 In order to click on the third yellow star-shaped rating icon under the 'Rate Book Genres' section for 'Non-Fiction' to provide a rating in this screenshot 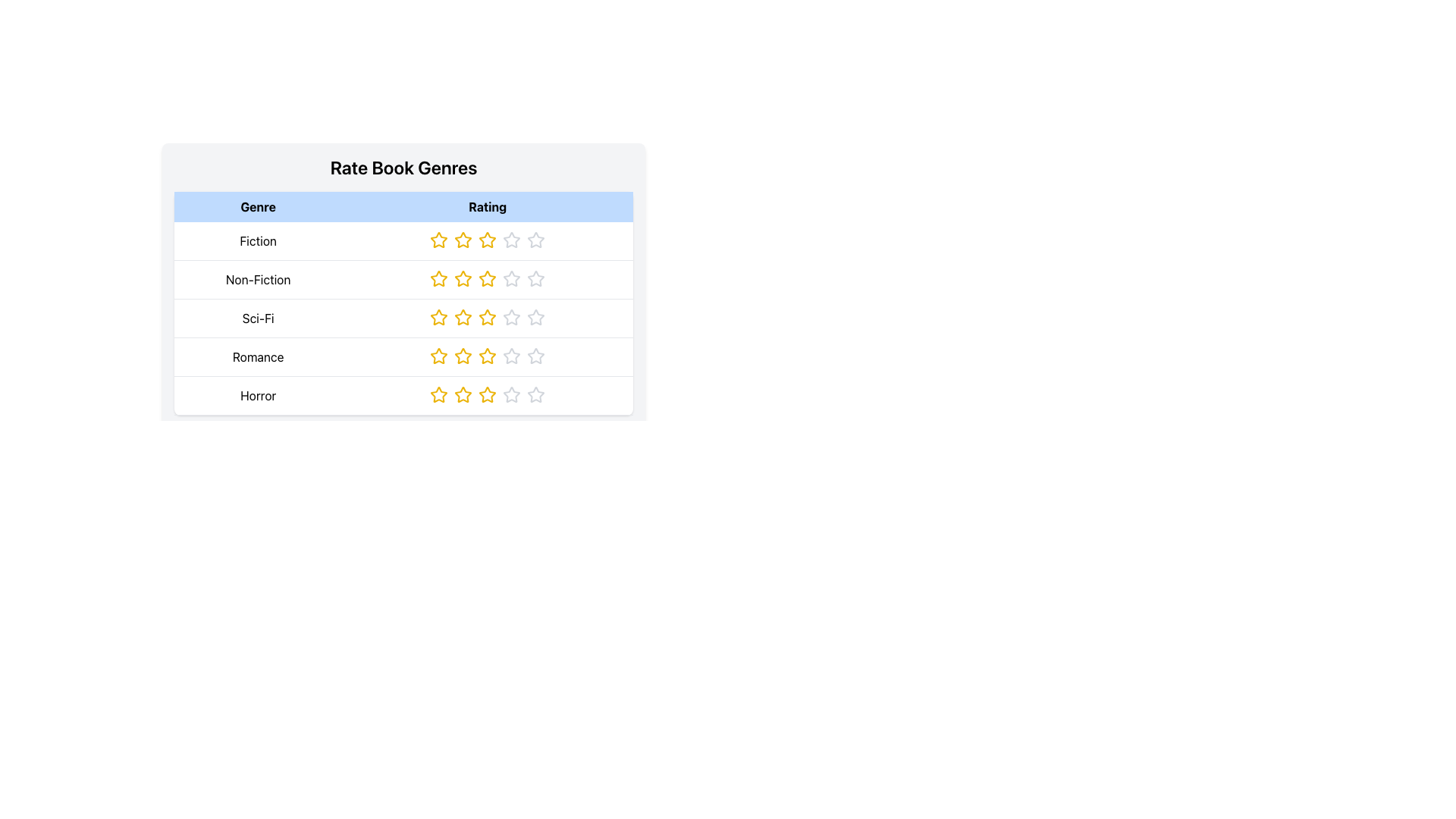, I will do `click(488, 278)`.